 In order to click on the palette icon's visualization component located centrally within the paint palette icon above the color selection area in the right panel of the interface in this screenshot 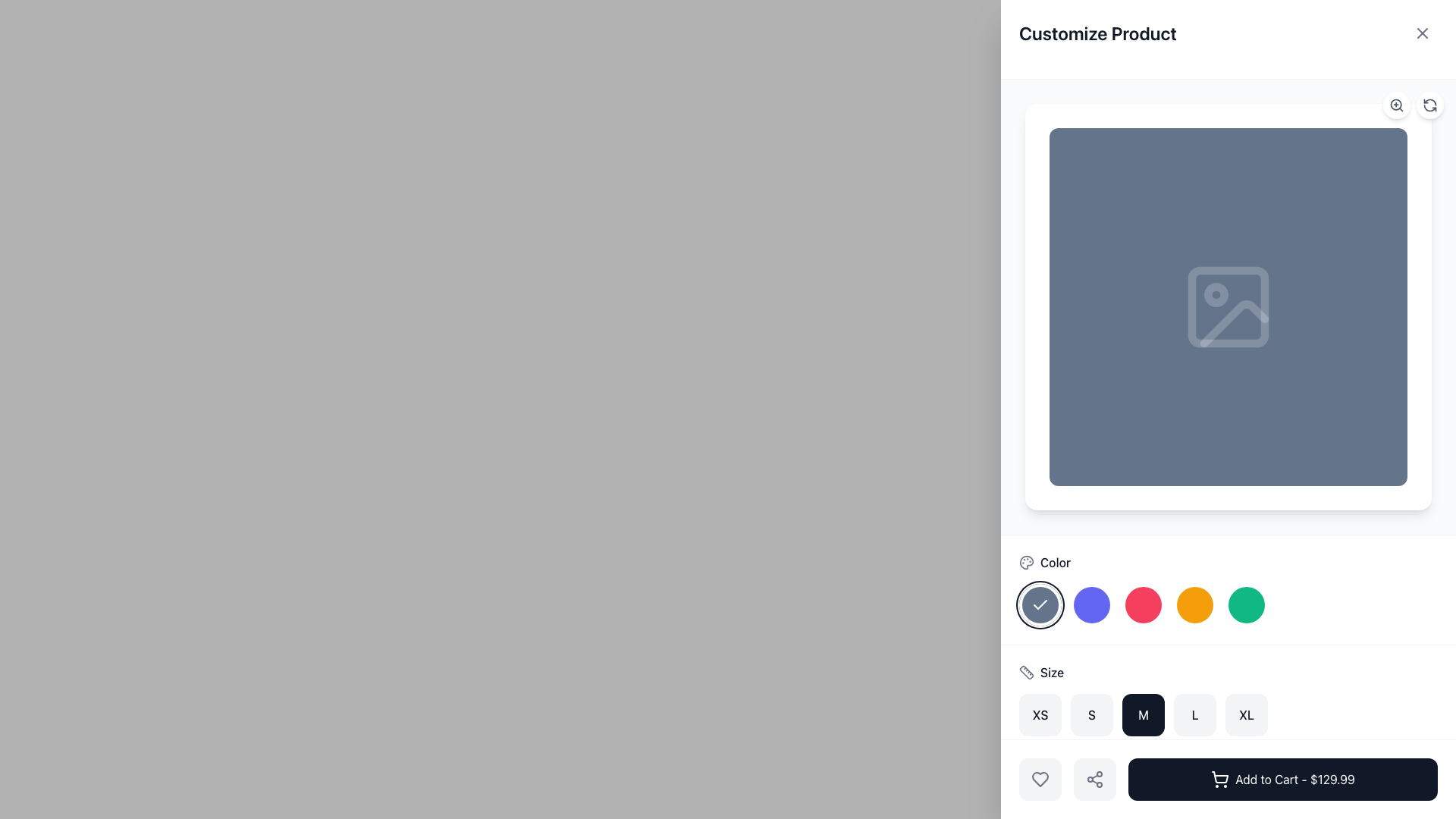, I will do `click(1026, 562)`.